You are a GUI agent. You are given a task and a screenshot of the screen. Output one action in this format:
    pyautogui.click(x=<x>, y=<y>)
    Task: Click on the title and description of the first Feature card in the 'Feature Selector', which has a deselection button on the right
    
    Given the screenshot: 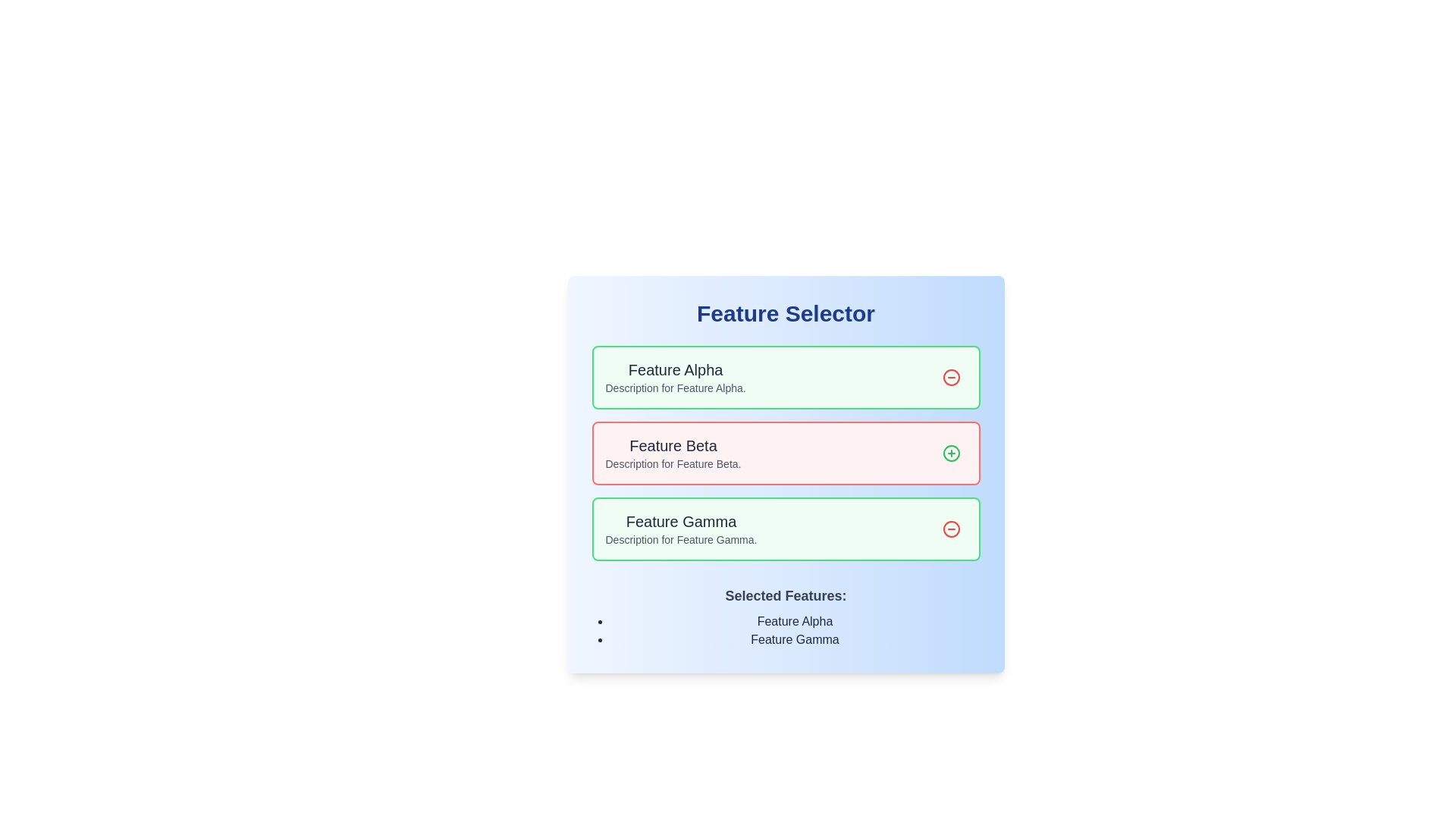 What is the action you would take?
    pyautogui.click(x=786, y=376)
    